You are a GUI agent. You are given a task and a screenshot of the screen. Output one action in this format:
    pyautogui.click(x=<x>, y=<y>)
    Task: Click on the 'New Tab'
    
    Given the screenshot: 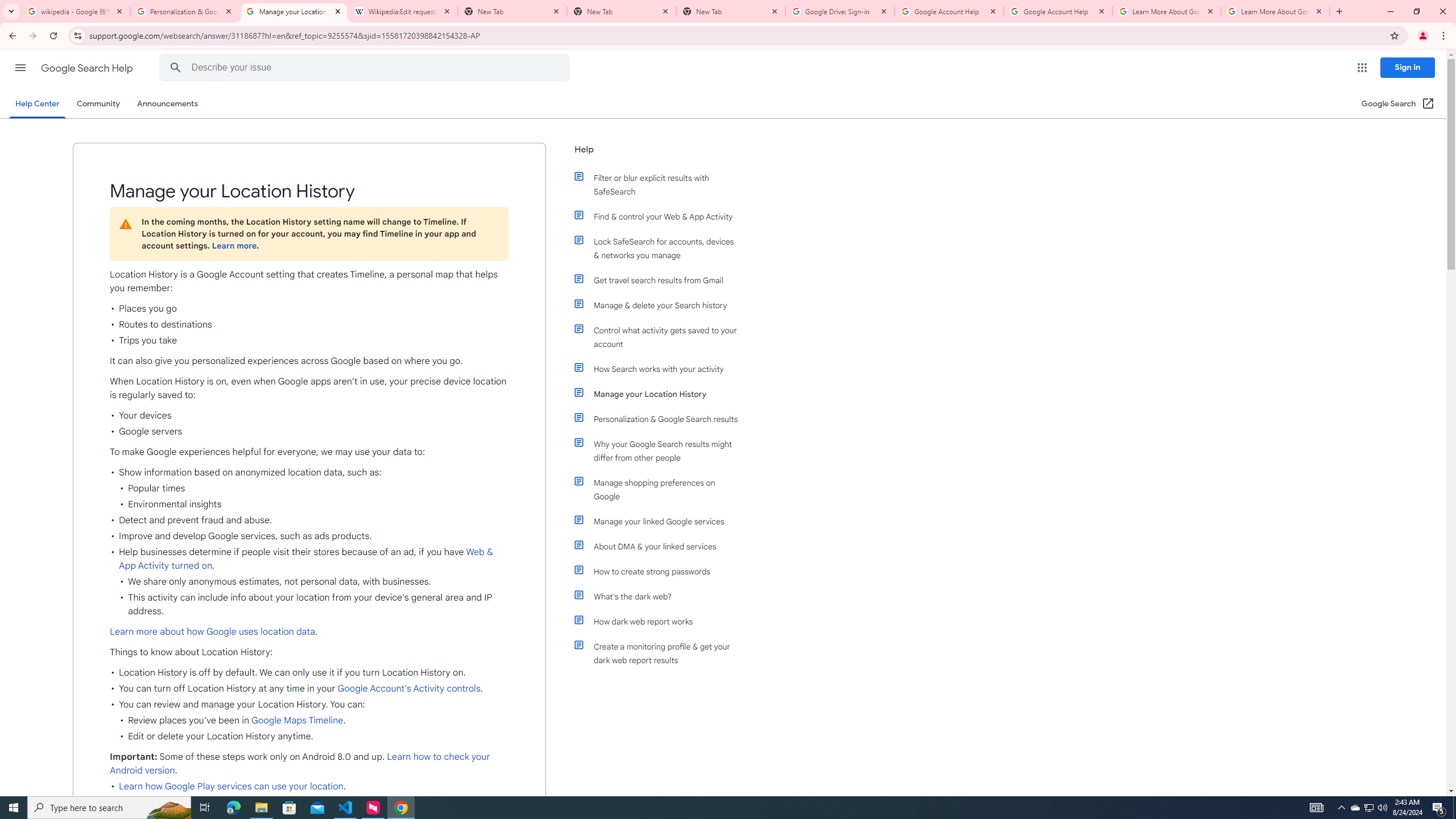 What is the action you would take?
    pyautogui.click(x=621, y=11)
    